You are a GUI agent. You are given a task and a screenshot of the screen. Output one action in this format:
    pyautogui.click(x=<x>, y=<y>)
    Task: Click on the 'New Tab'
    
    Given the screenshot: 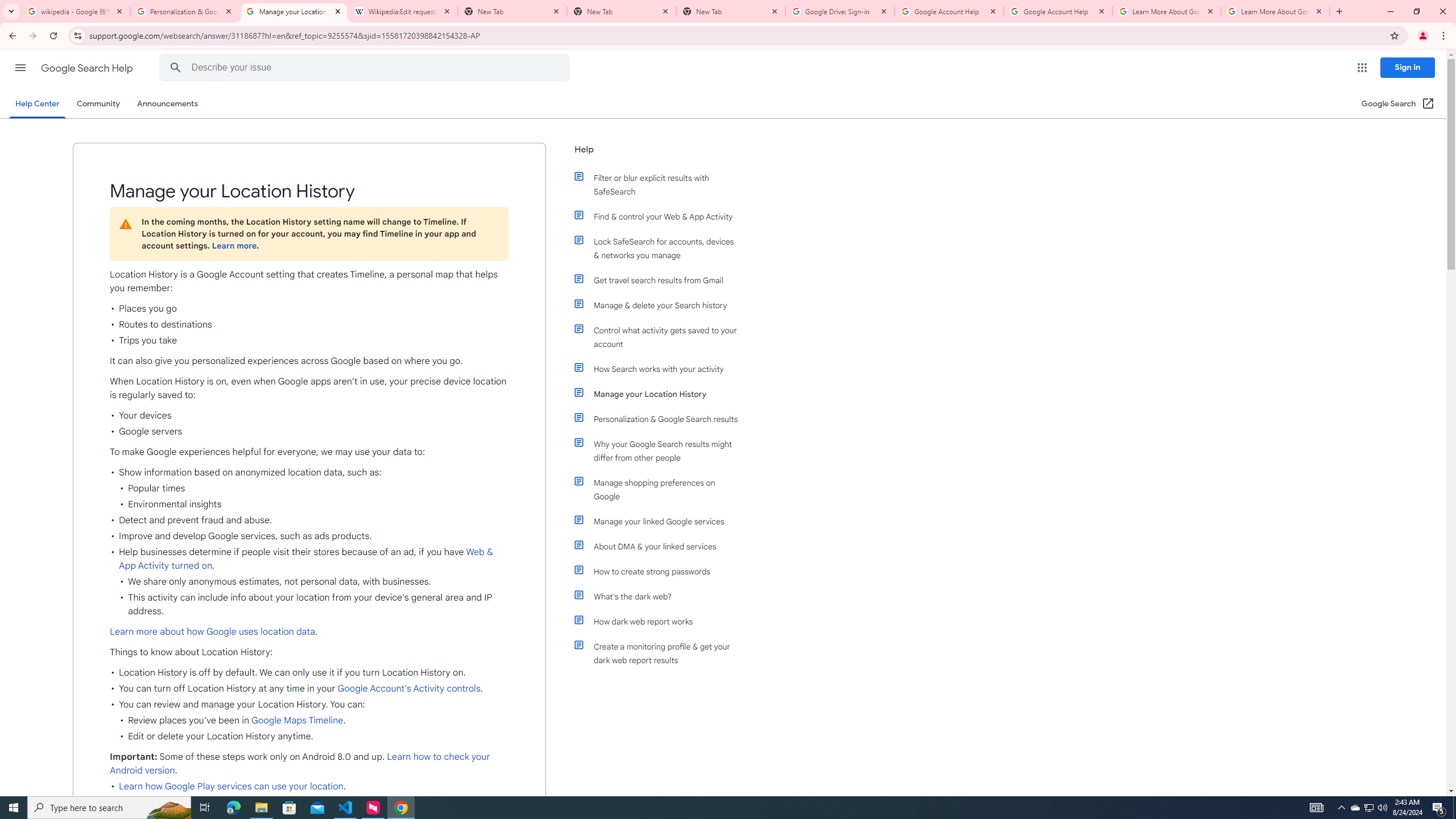 What is the action you would take?
    pyautogui.click(x=621, y=11)
    